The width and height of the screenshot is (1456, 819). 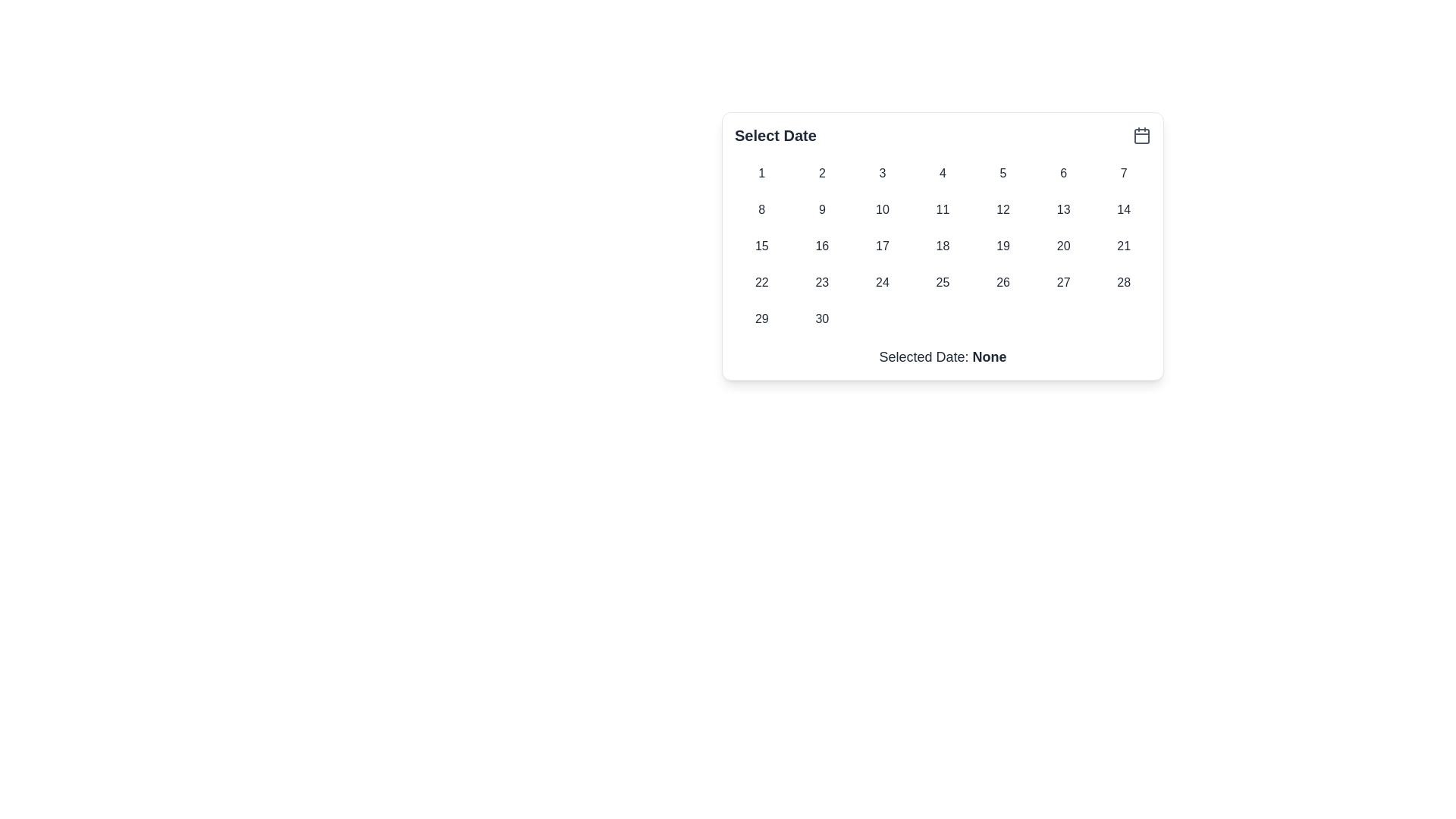 What do you see at coordinates (1003, 283) in the screenshot?
I see `the circular button displaying '26' in the calendar grid, located in the fourth row and fifth column` at bounding box center [1003, 283].